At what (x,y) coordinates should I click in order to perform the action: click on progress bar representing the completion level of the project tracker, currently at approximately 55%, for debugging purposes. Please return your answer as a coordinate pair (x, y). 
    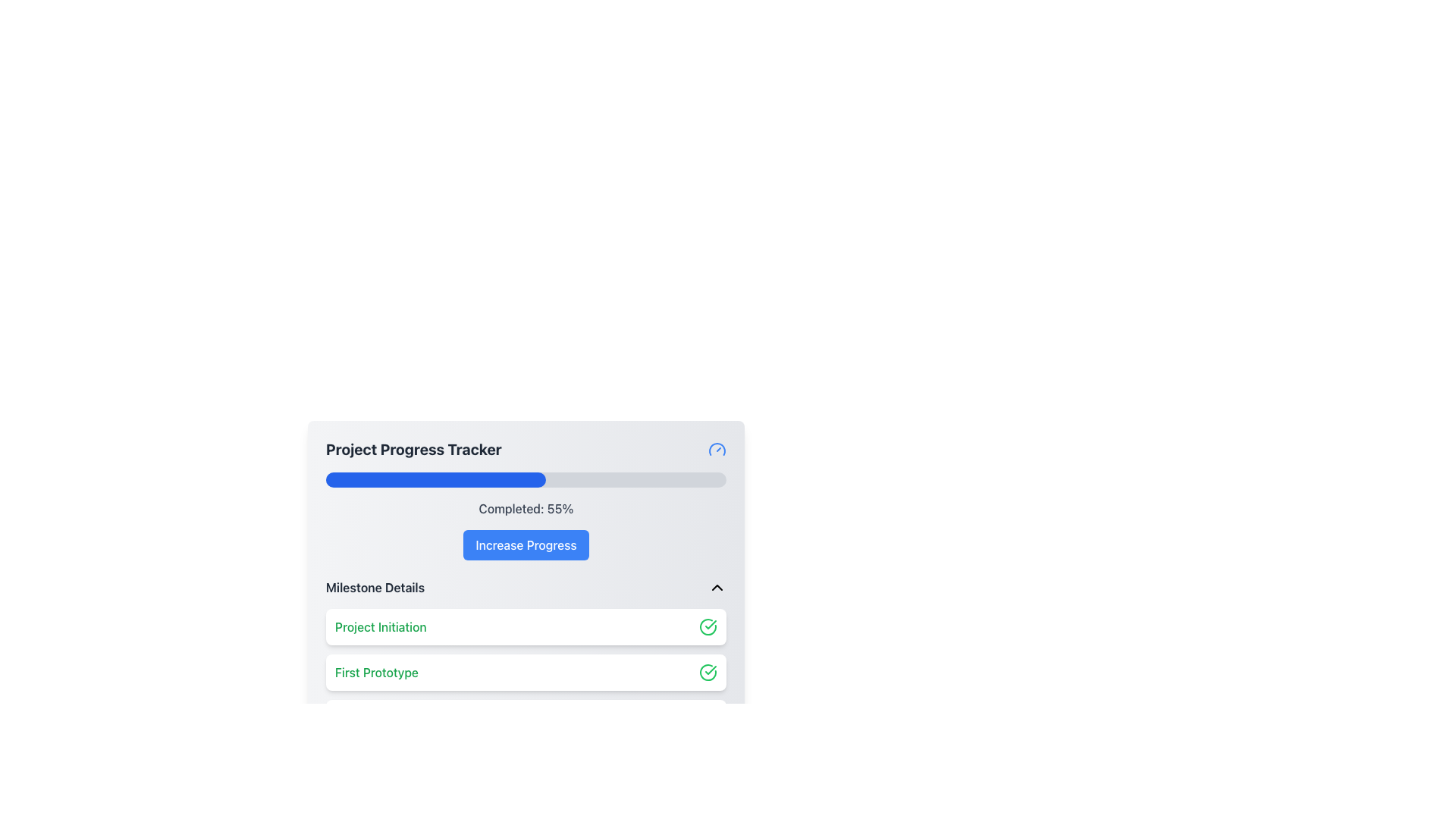
    Looking at the image, I should click on (526, 479).